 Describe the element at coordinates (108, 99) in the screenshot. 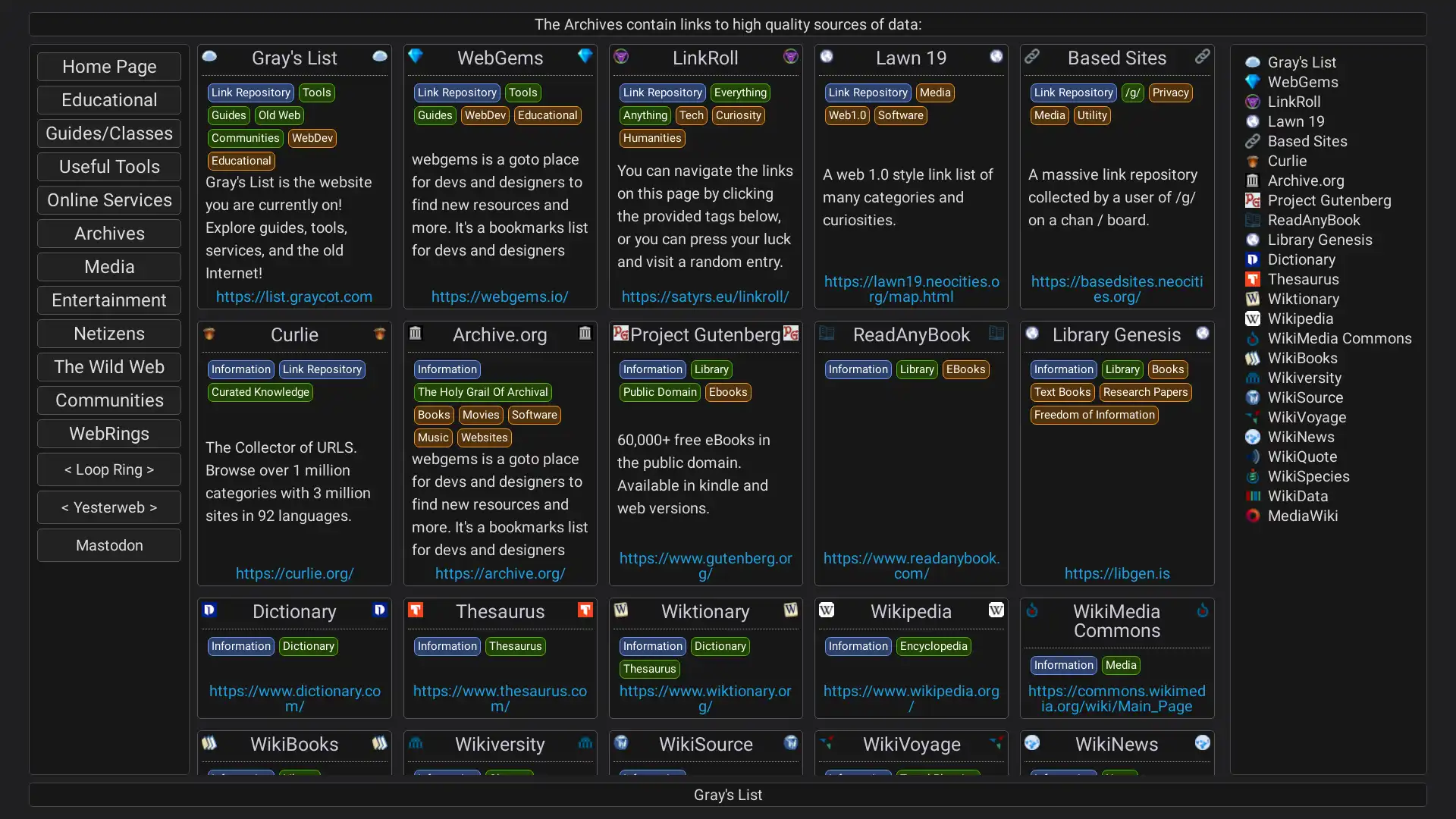

I see `Educational` at that location.